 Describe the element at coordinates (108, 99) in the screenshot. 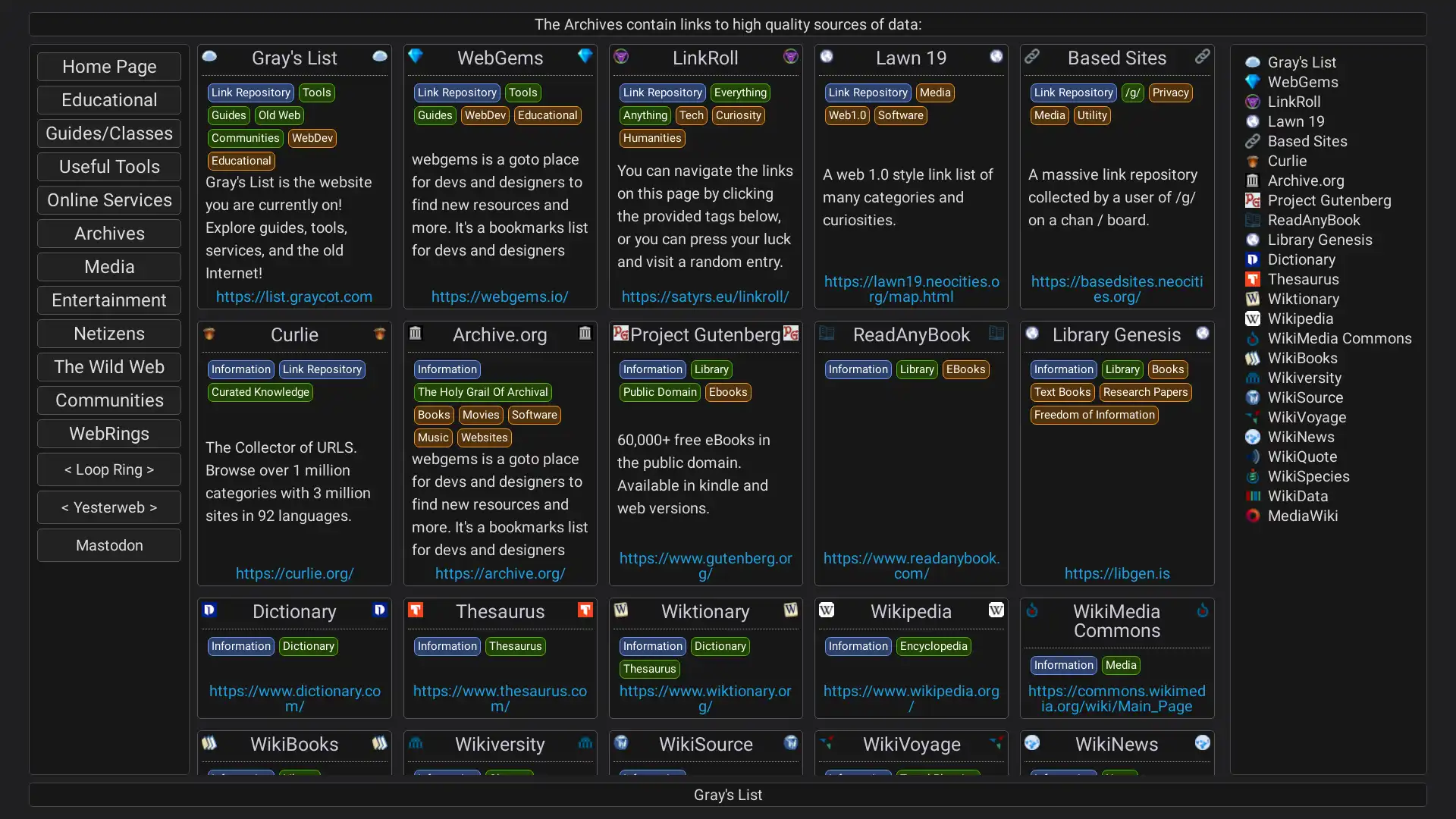

I see `Educational` at that location.